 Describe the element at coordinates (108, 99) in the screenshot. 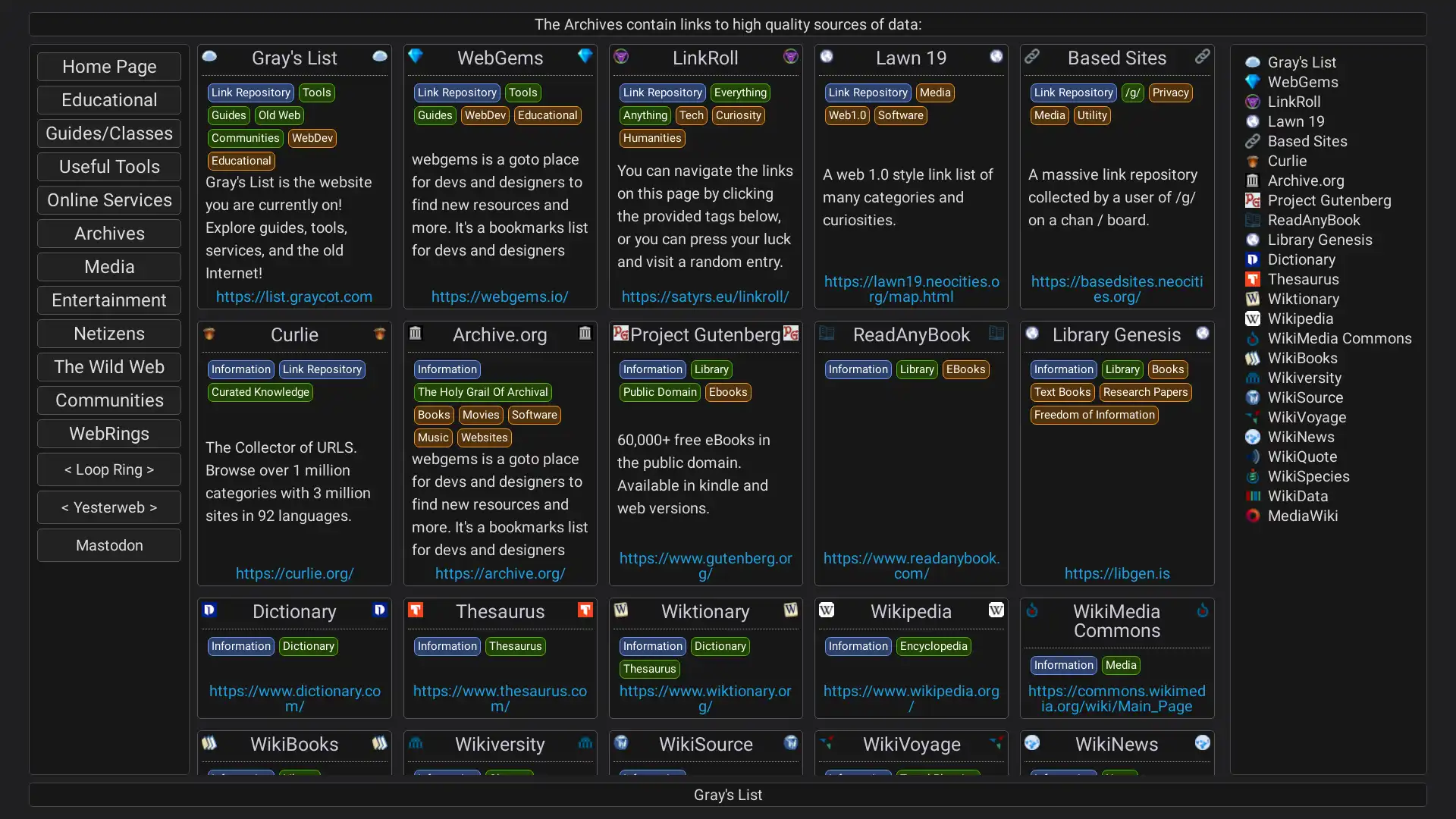

I see `Educational` at that location.